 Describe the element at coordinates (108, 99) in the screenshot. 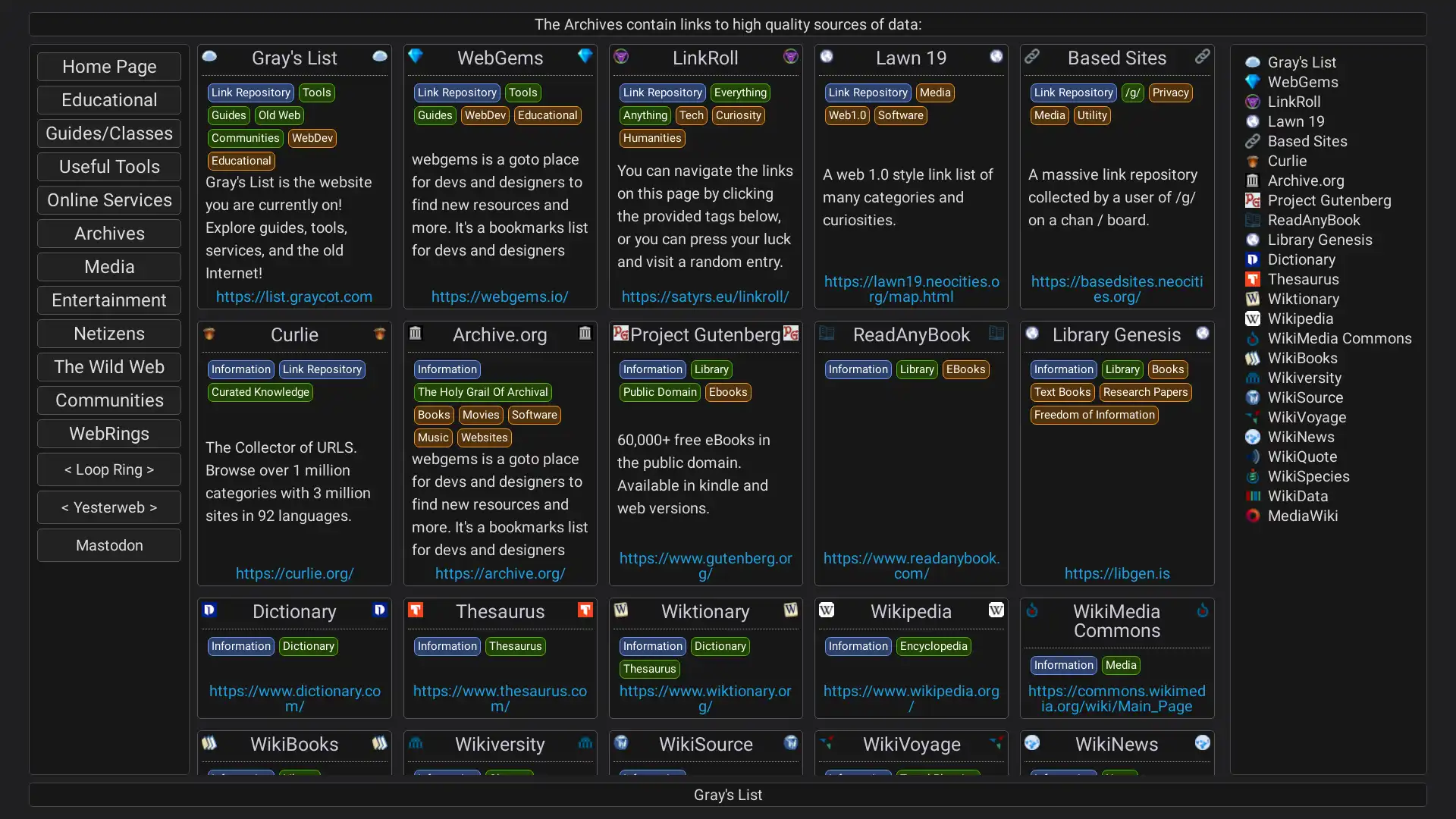

I see `Educational` at that location.